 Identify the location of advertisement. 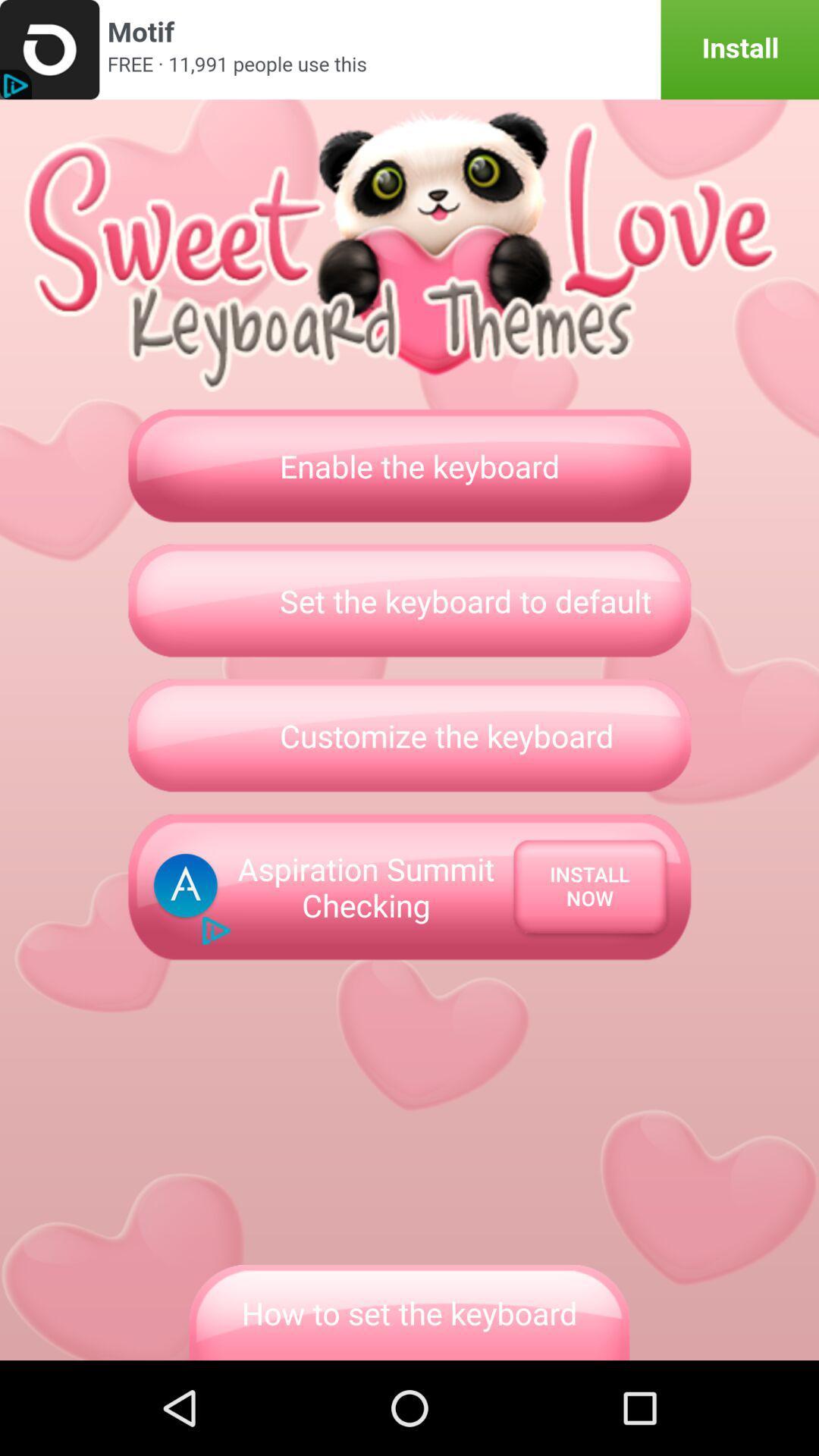
(409, 49).